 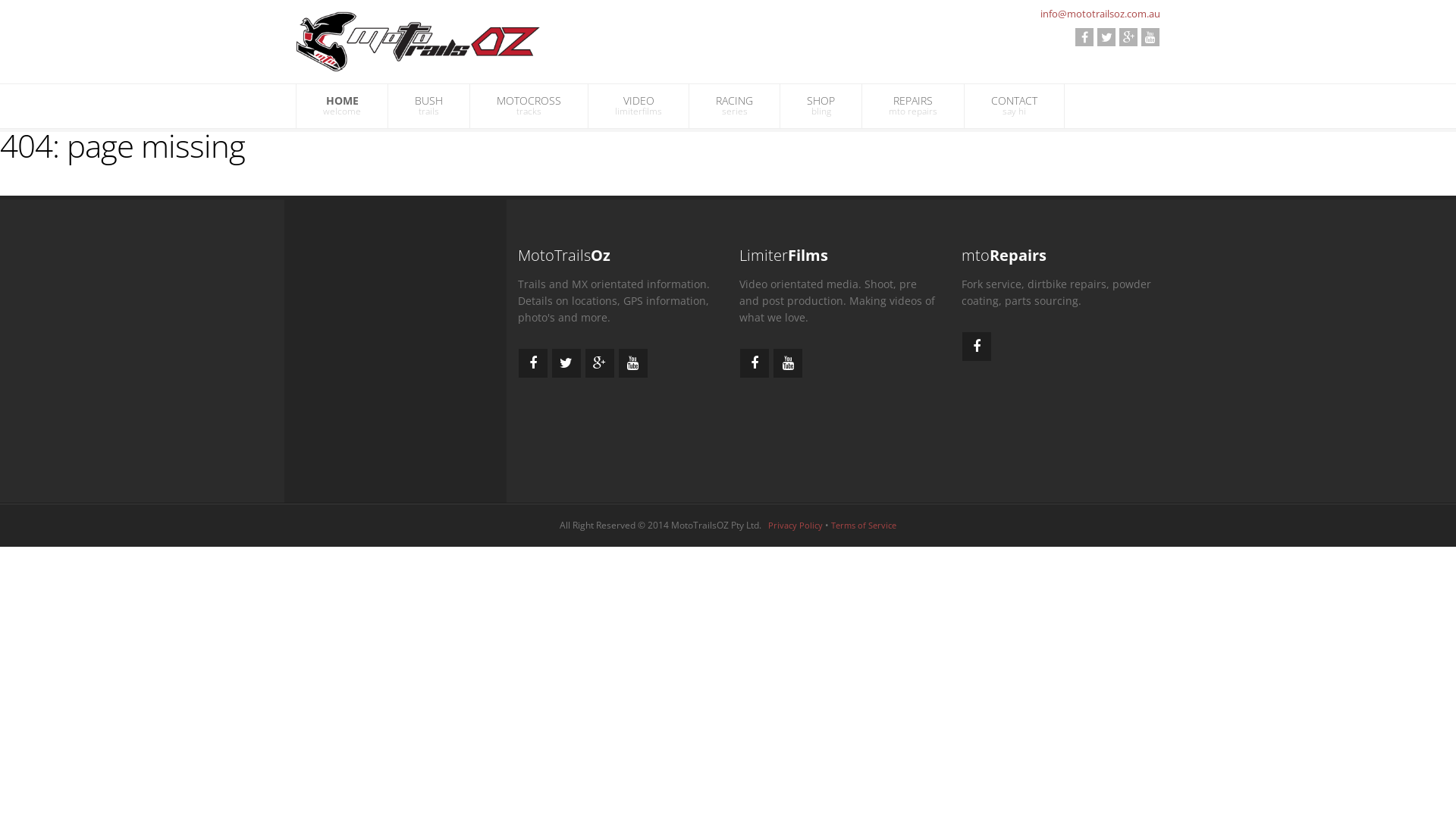 I want to click on 'info@mototrailsoz.com.au', so click(x=1100, y=14).